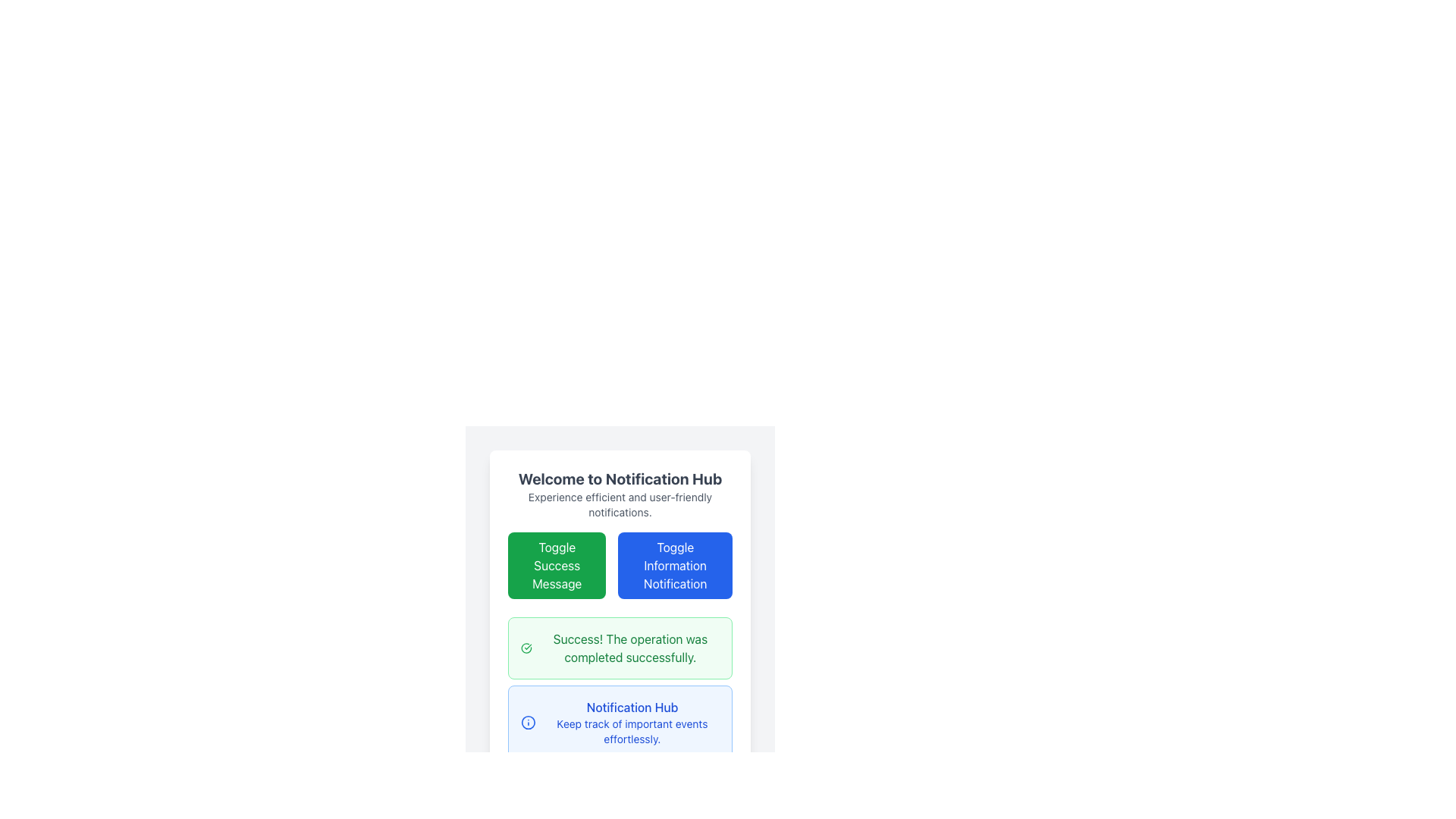 This screenshot has height=819, width=1456. Describe the element at coordinates (620, 494) in the screenshot. I see `the text element that displays 'Welcome to Notification Hub' and 'Experience efficient and user-friendly notifications.'` at that location.